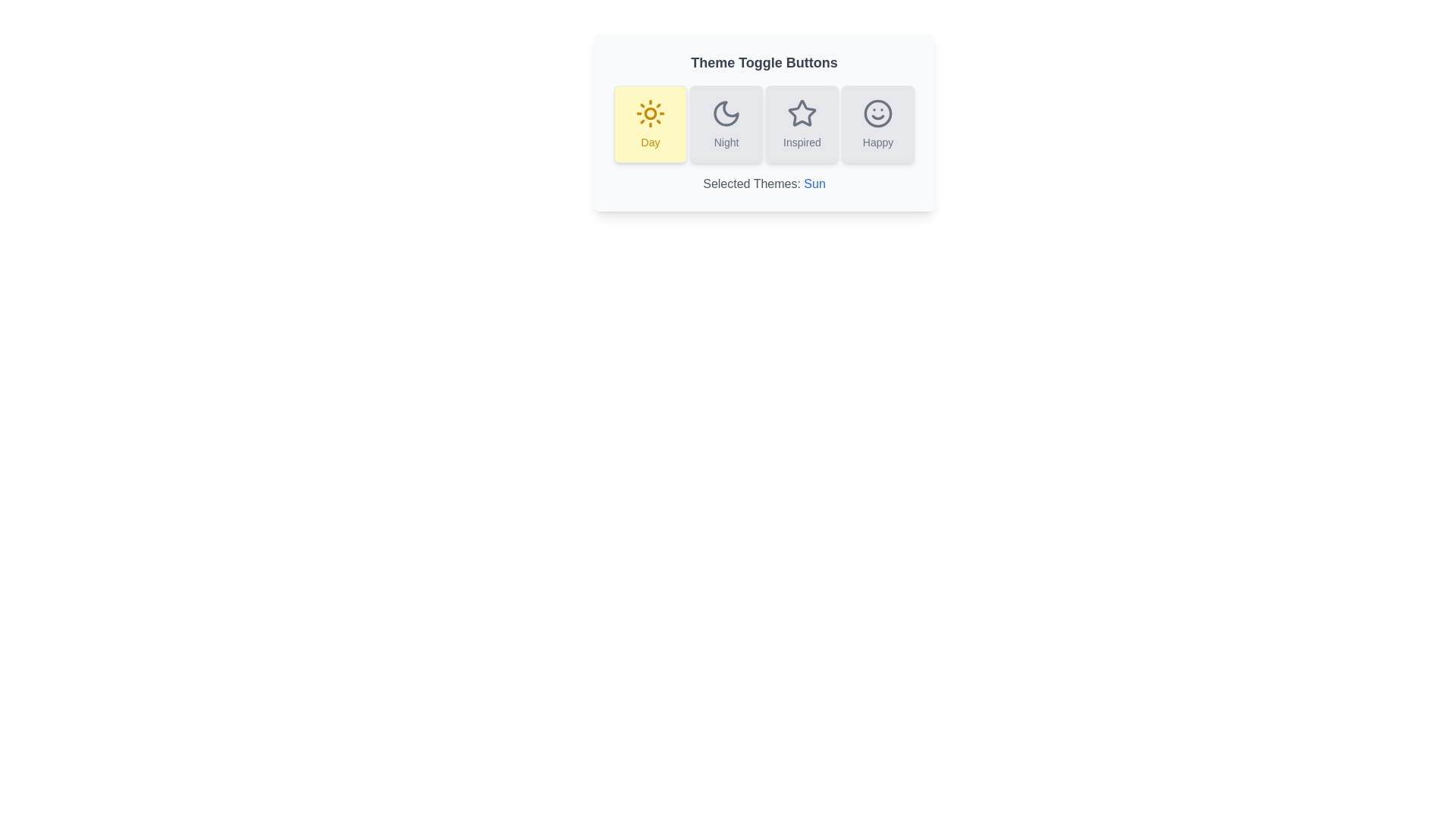 The height and width of the screenshot is (819, 1456). I want to click on the theme selection button group labeled 'Day', 'Night', 'Inspired', and 'Happy', so click(764, 124).